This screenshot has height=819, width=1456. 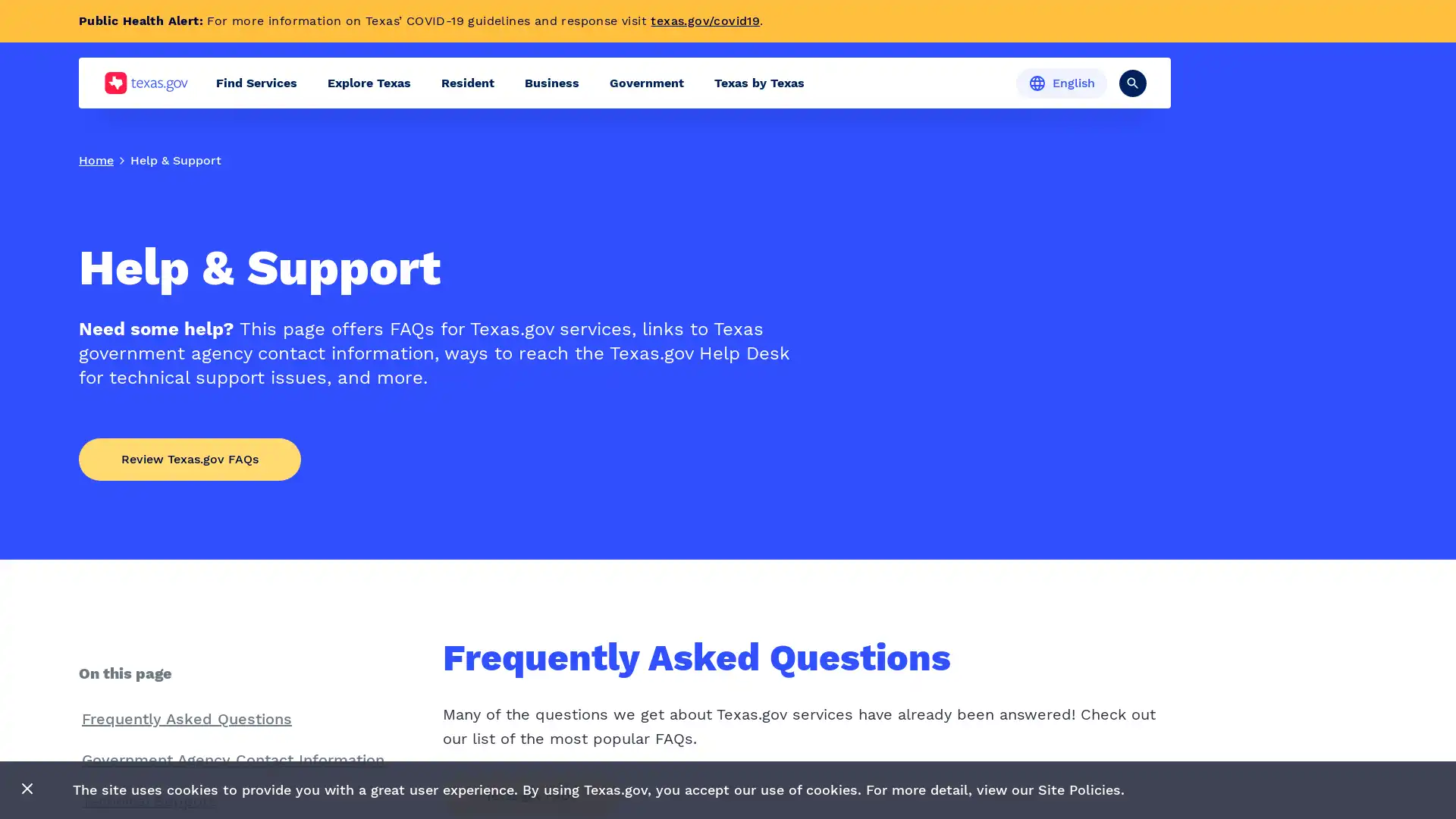 I want to click on Resident, so click(x=467, y=83).